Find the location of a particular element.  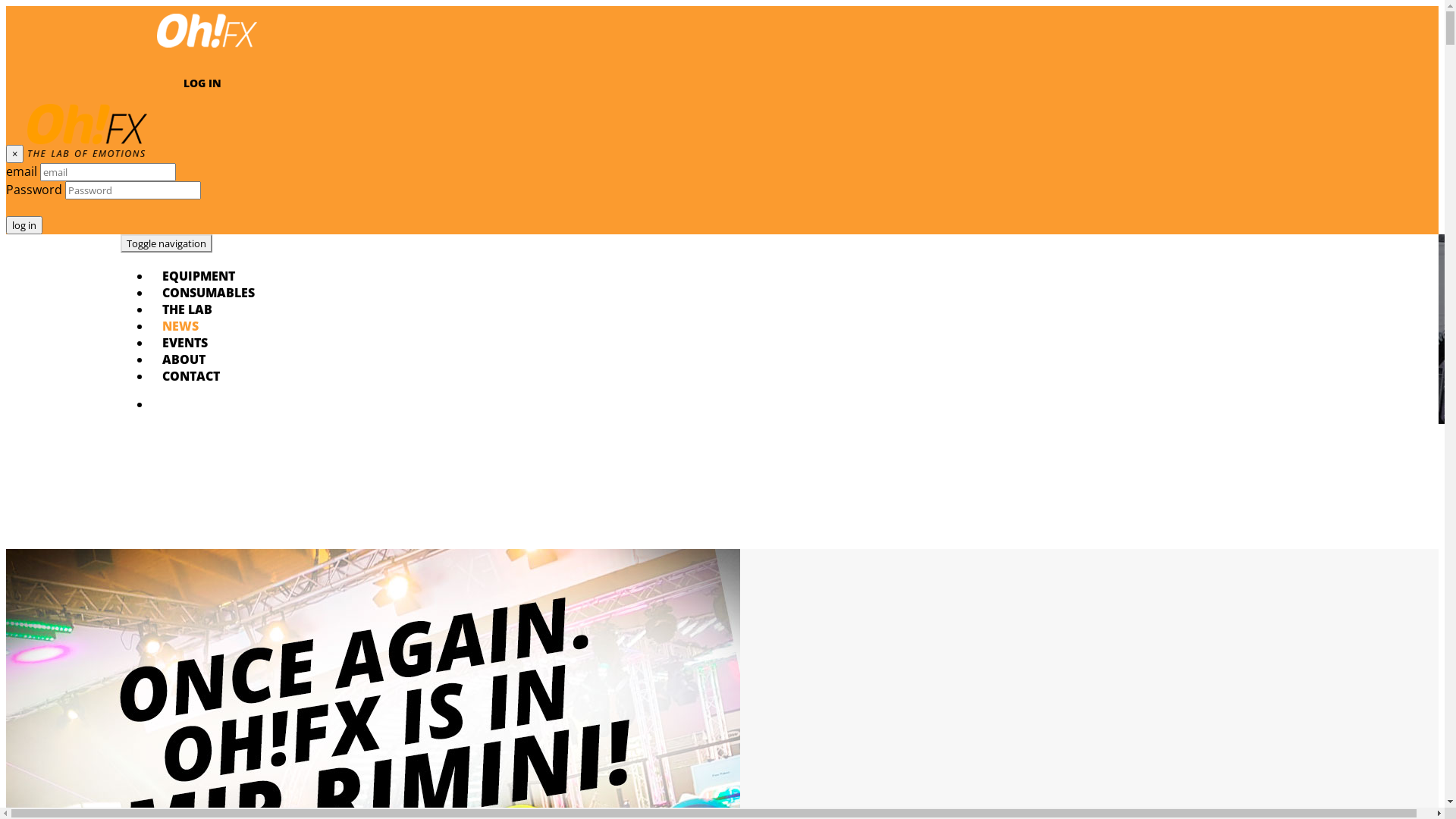

'CONTACT' is located at coordinates (190, 375).